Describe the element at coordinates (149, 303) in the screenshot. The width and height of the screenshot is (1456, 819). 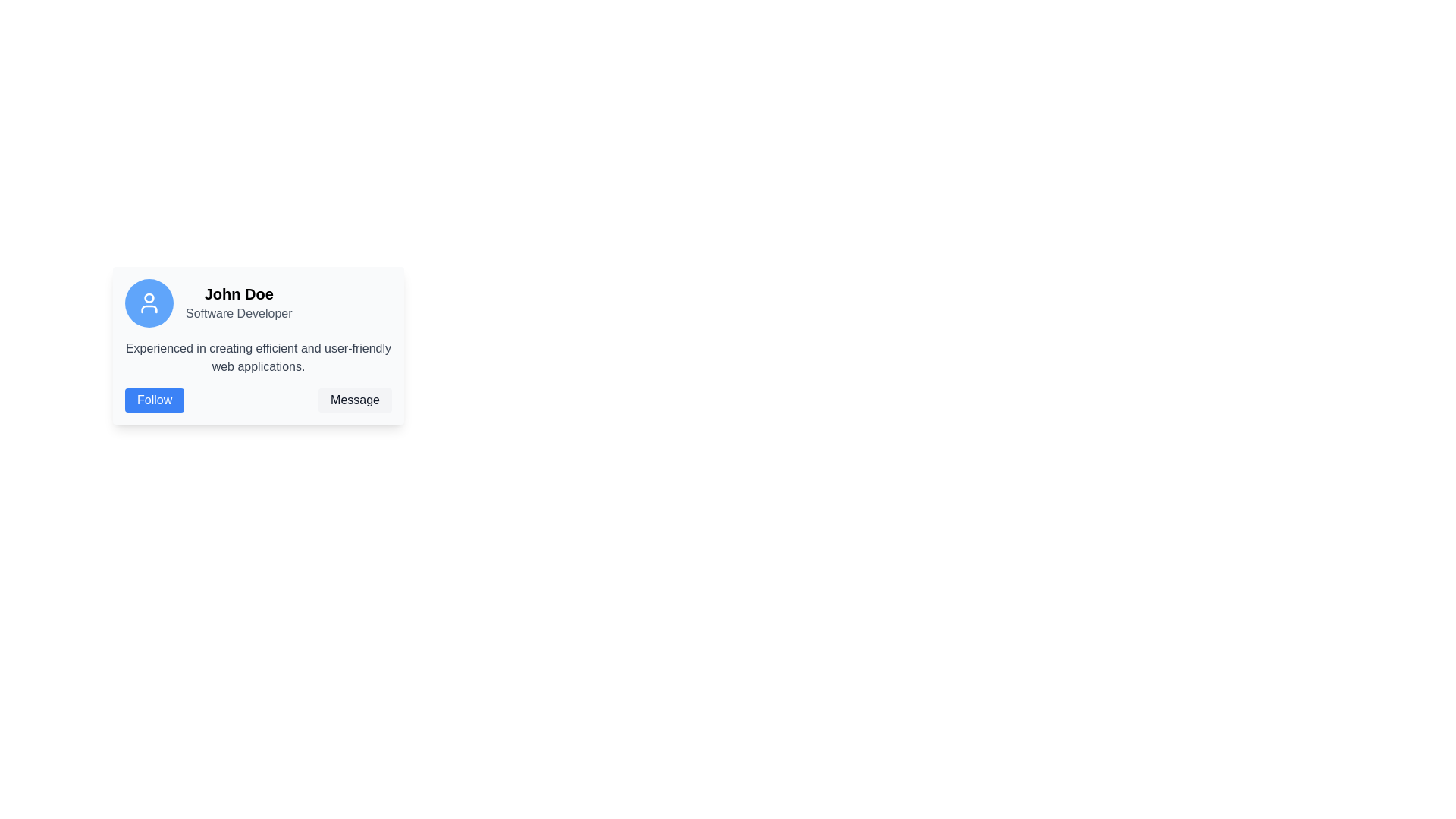
I see `the user's profile picture icon located in the top-left corner of the profile card, which is positioned next to the text 'John Doe' and 'Software Developer'` at that location.